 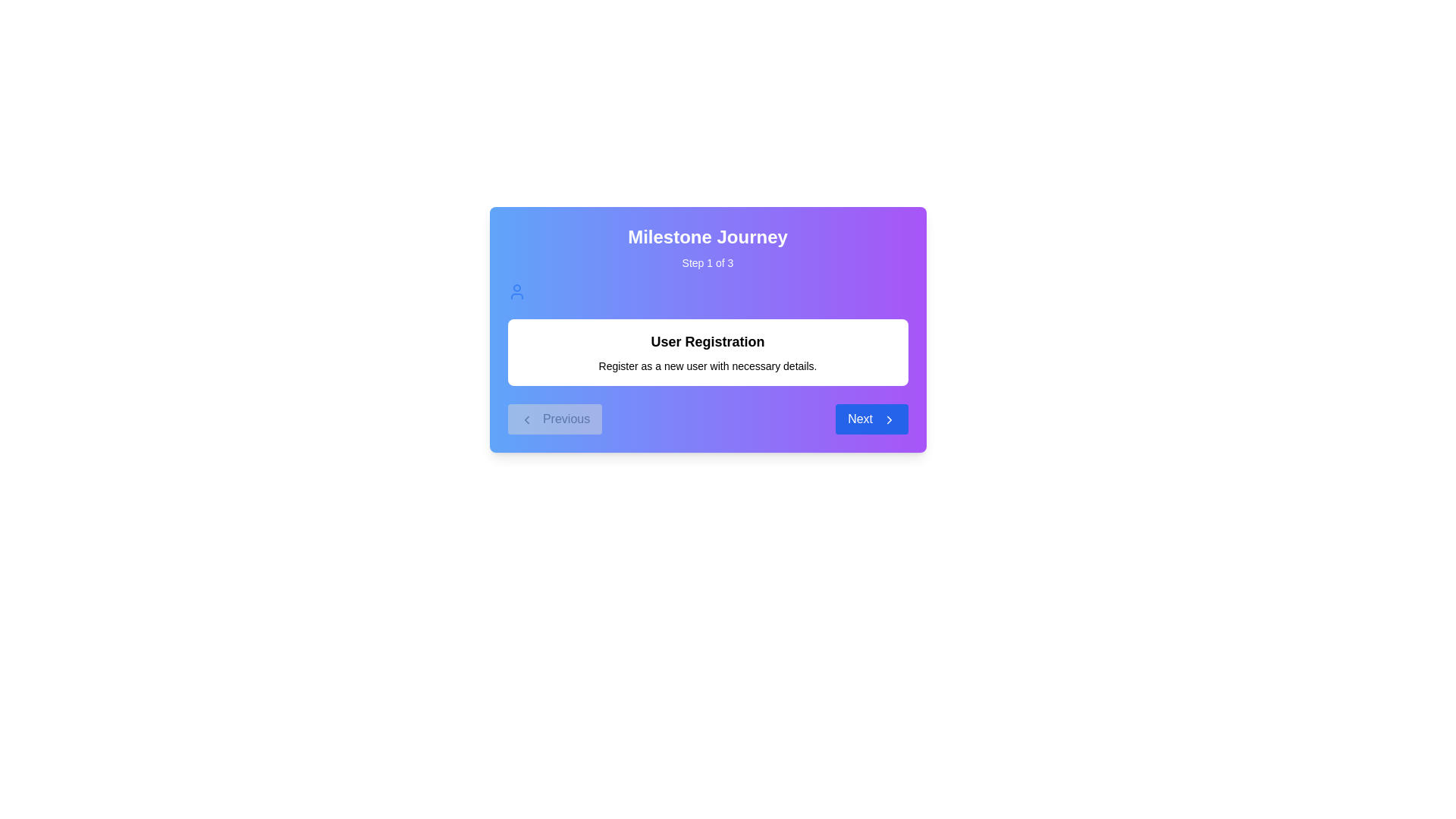 I want to click on the title text block located at the top of the panel, which is centered above the subtitle 'Step 1 of 3', so click(x=707, y=237).